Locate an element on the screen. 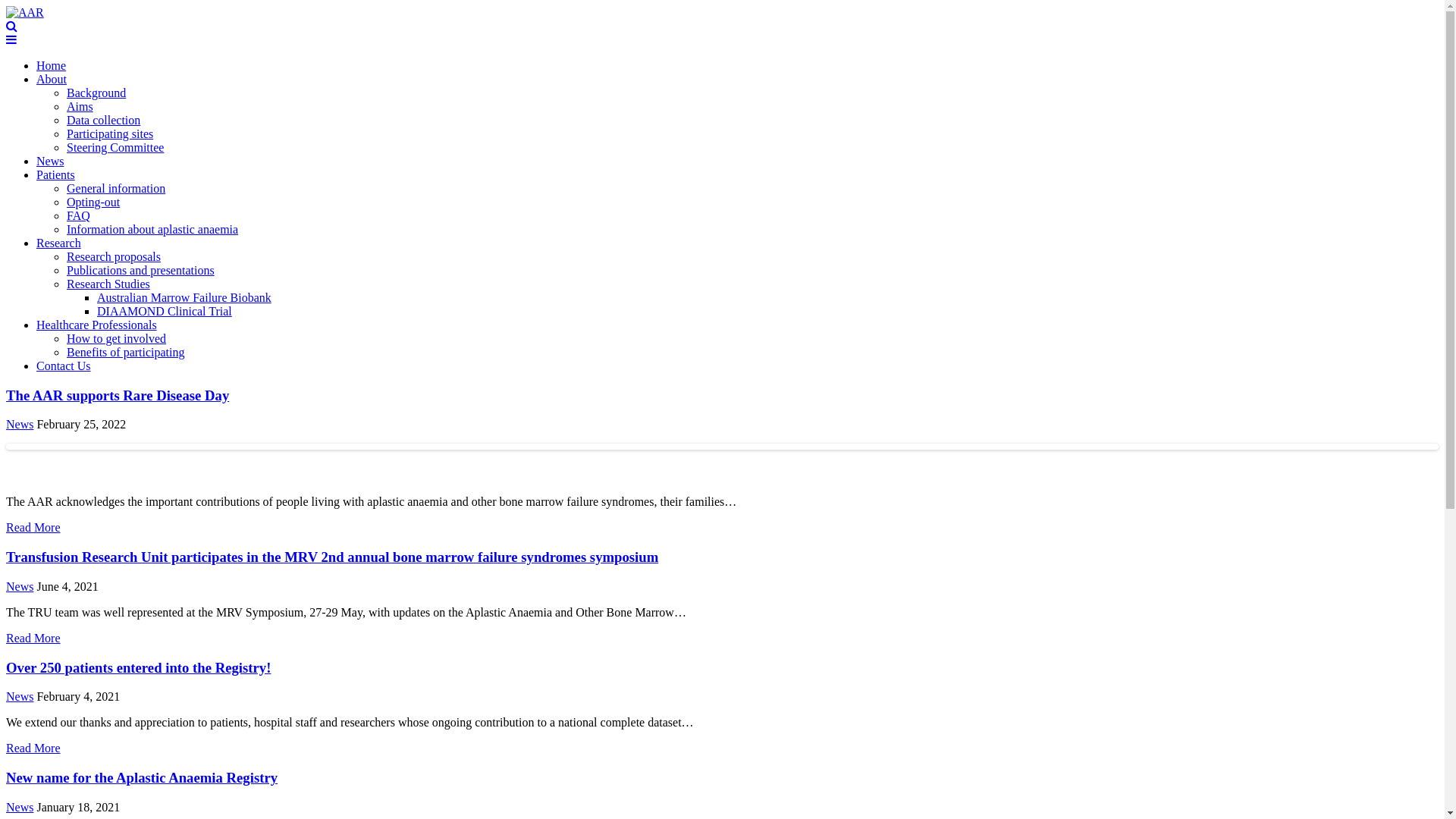  'Aims' is located at coordinates (79, 105).